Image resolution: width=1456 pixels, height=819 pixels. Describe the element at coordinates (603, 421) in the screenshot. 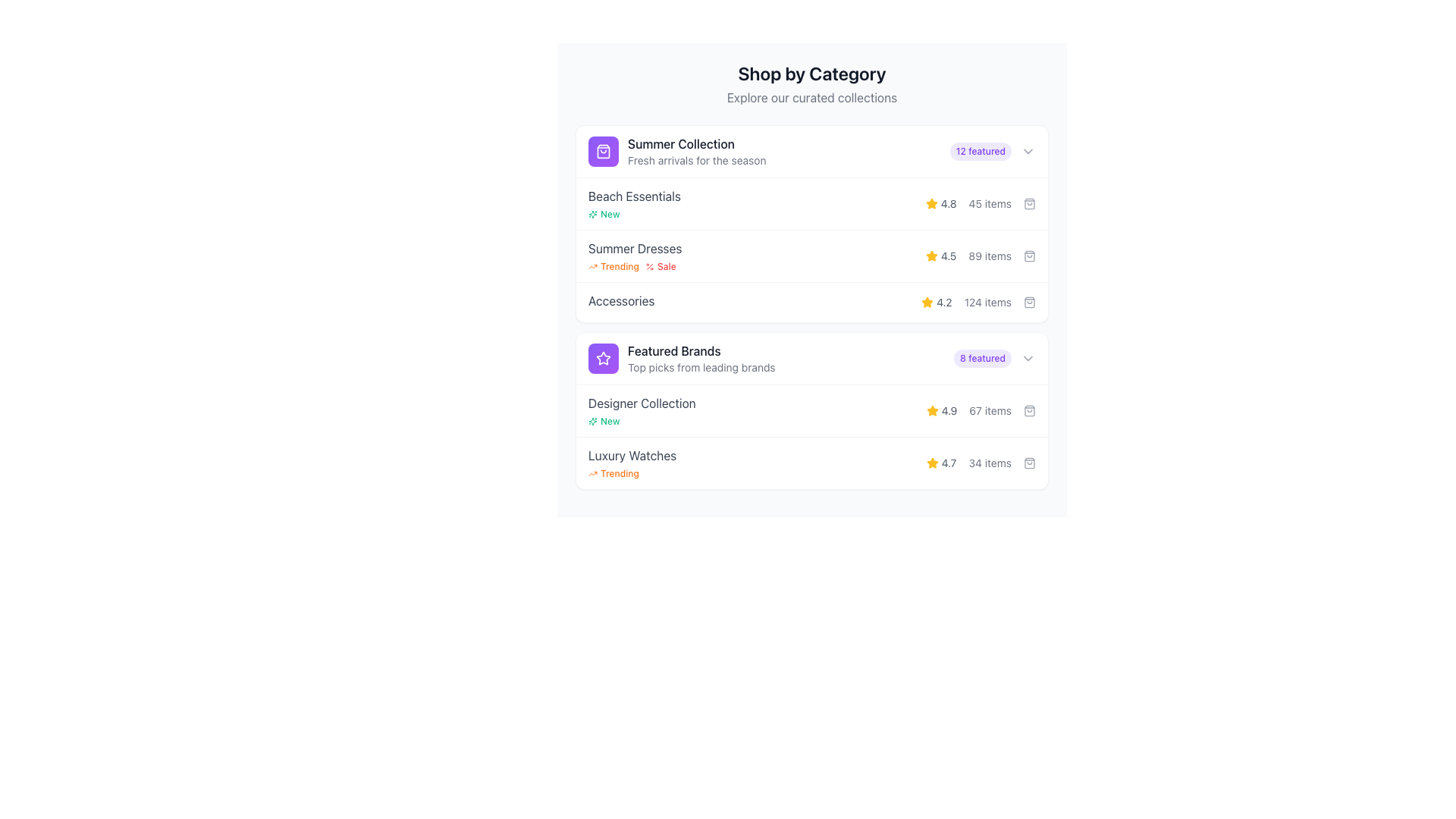

I see `the label with an icon indicating the 'Designer Collection' is new, located to the left of the text 'Designer Collection' in the 'Featured Brands' section` at that location.